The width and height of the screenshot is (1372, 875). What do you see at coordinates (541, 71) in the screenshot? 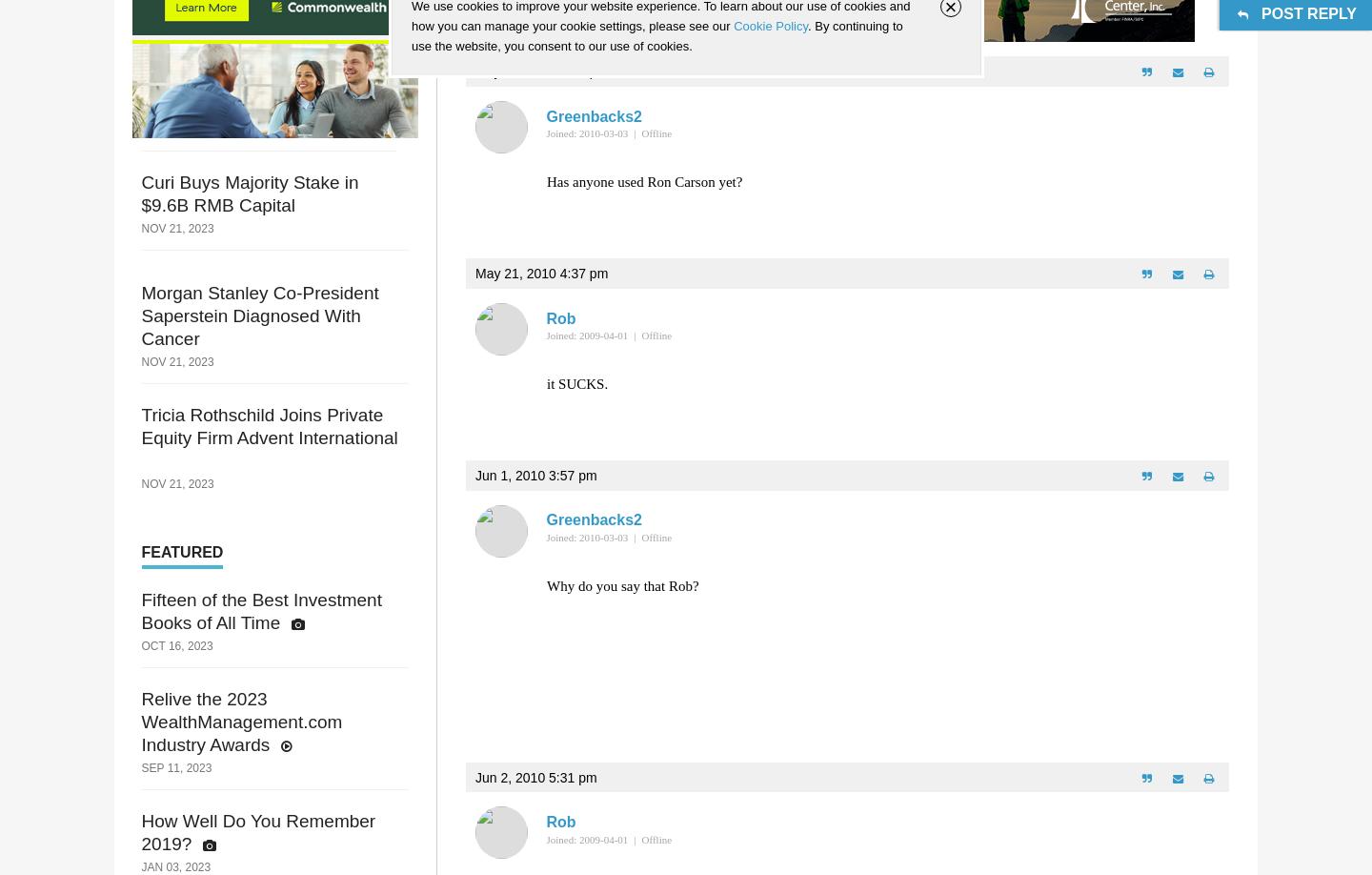
I see `'May 20, 2010 9:56 pm'` at bounding box center [541, 71].